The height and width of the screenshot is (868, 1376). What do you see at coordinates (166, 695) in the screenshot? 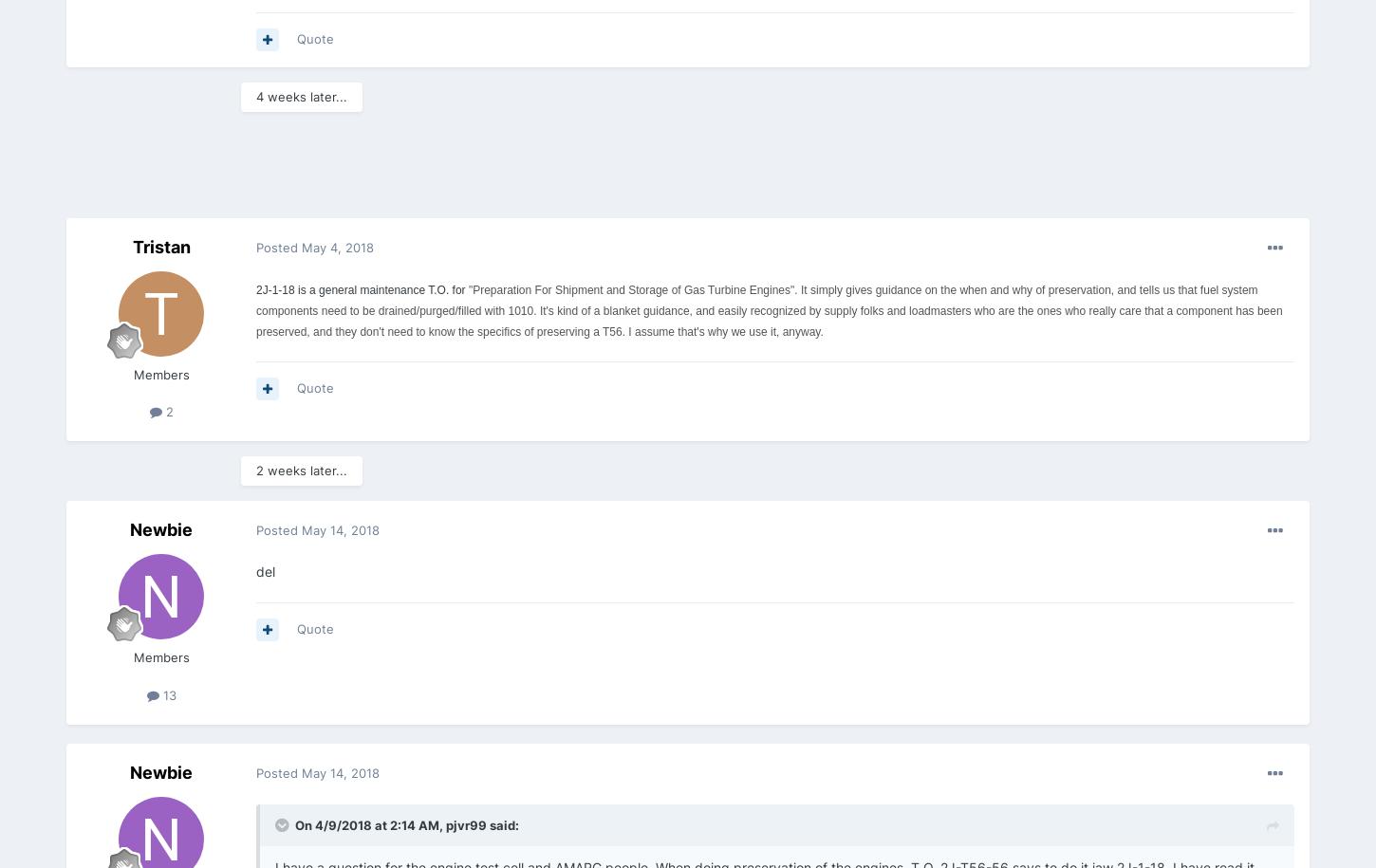
I see `'13'` at bounding box center [166, 695].